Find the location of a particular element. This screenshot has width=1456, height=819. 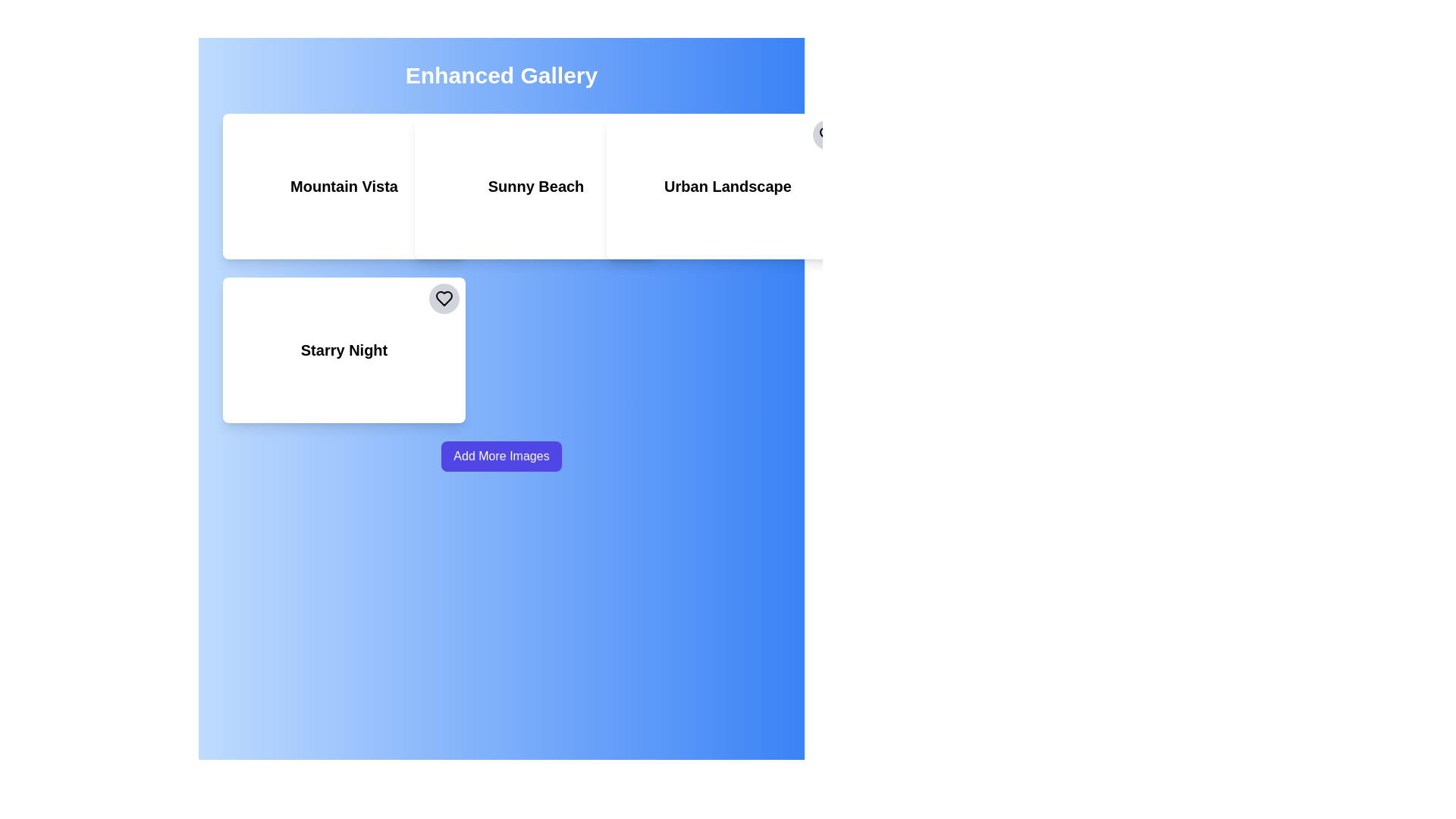

the heart icon located at the upper-right corner of the 'Starry Night' card is located at coordinates (443, 298).